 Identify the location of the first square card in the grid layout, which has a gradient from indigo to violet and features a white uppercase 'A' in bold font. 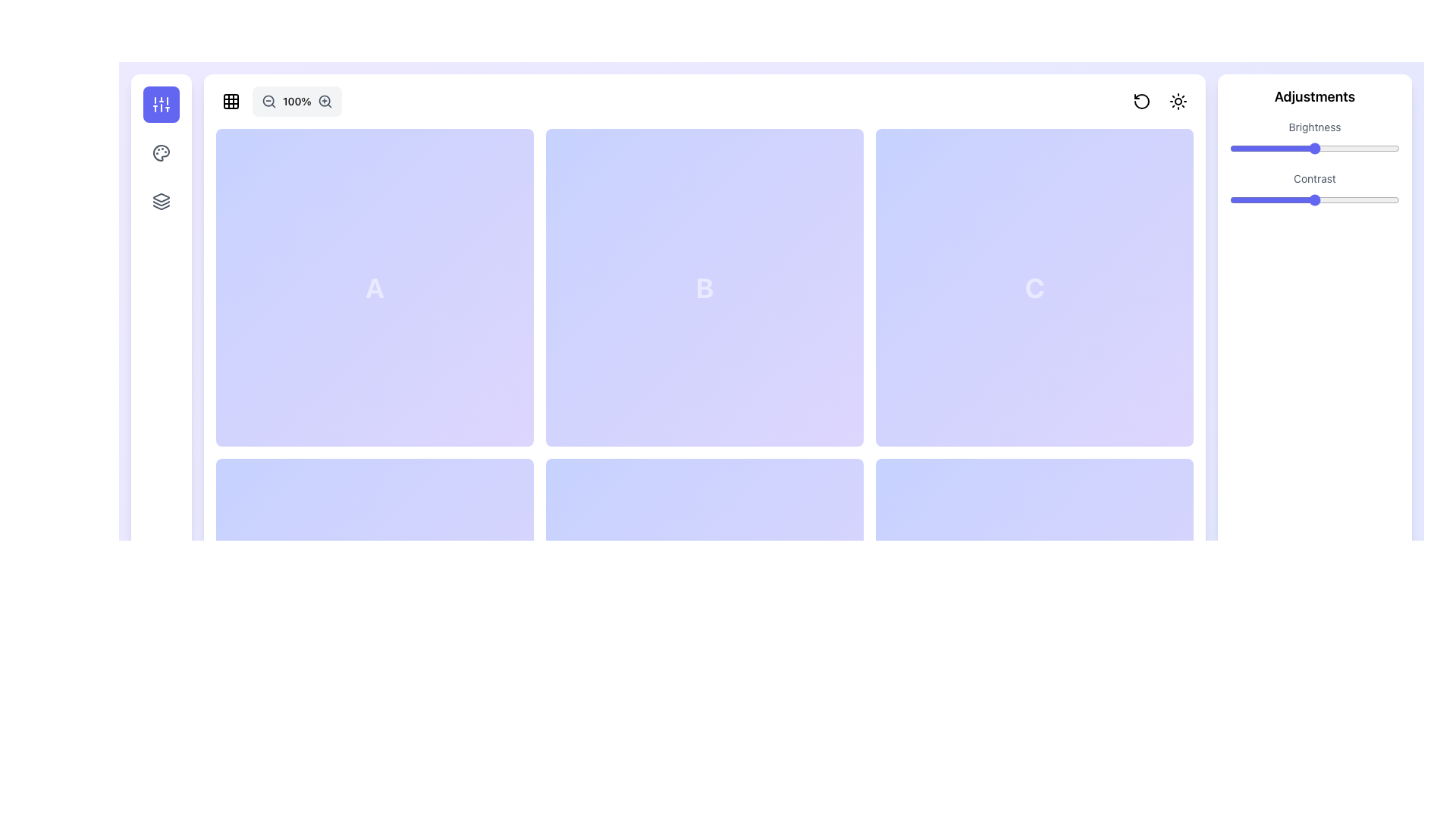
(375, 287).